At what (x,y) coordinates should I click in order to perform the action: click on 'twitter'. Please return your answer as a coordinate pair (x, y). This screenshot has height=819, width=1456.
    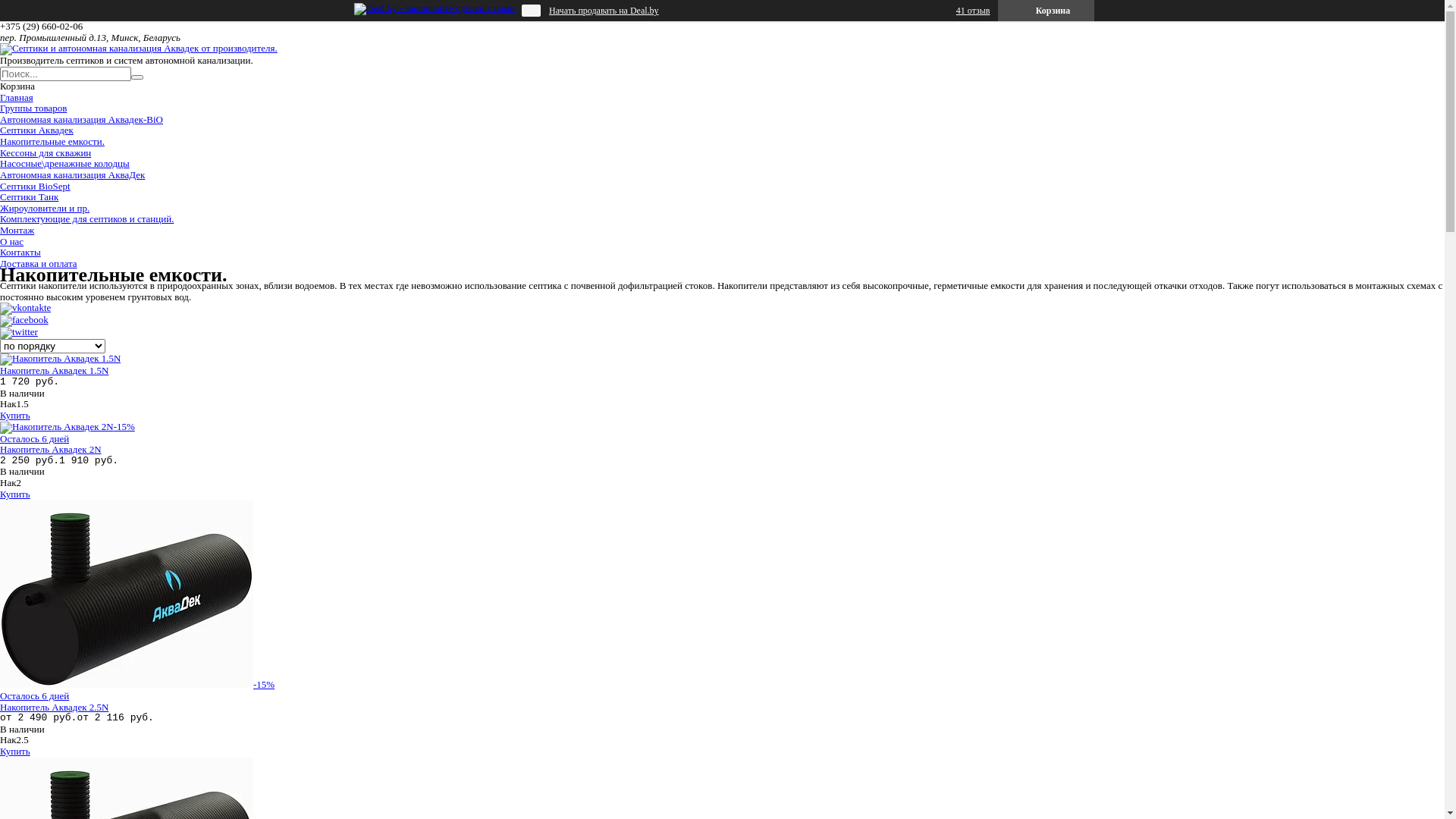
    Looking at the image, I should click on (18, 331).